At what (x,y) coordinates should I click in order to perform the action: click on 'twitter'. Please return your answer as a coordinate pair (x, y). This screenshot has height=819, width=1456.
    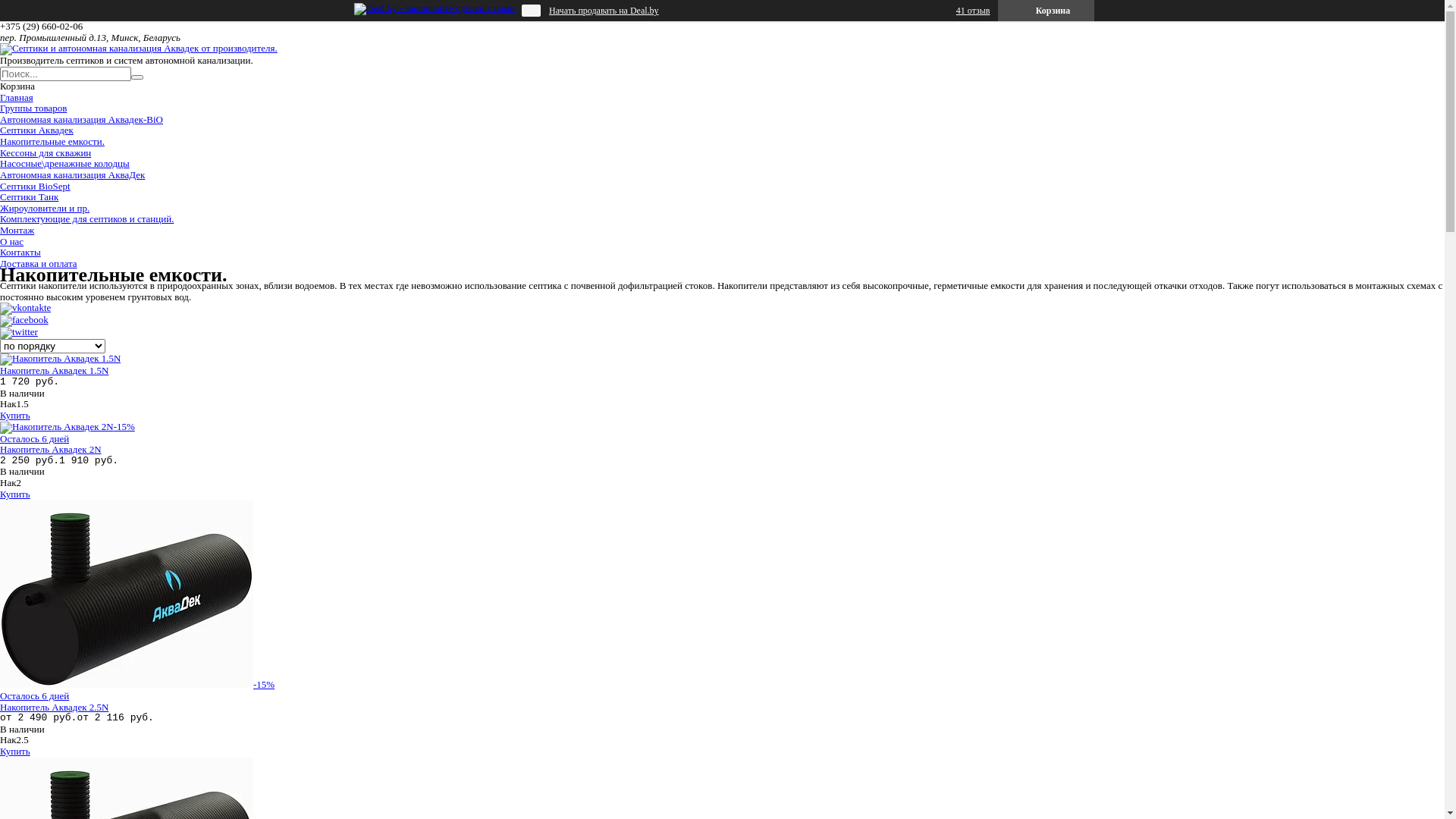
    Looking at the image, I should click on (18, 331).